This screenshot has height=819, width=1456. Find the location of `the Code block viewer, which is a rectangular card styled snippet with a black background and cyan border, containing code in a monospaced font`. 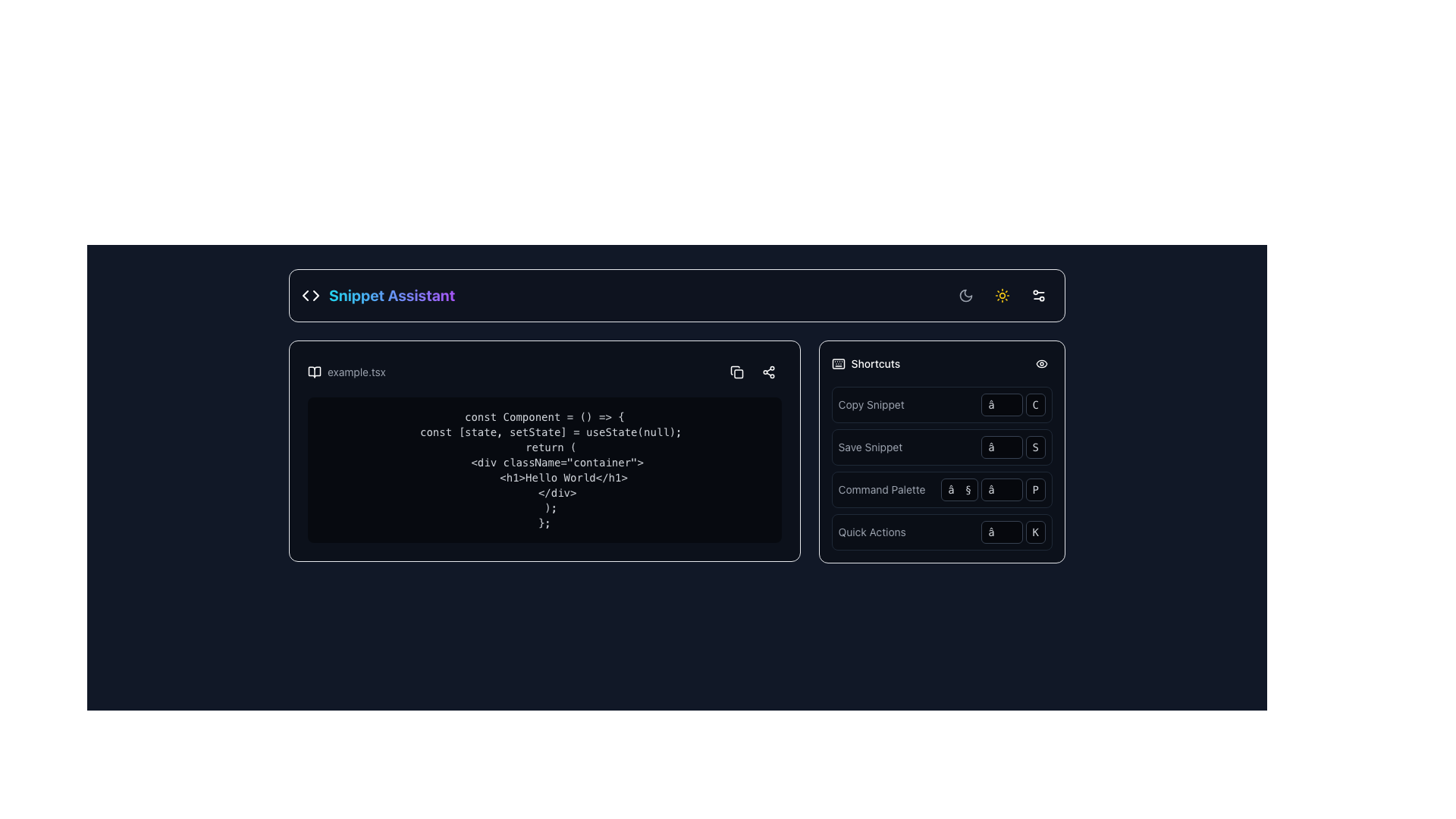

the Code block viewer, which is a rectangular card styled snippet with a black background and cyan border, containing code in a monospaced font is located at coordinates (544, 450).